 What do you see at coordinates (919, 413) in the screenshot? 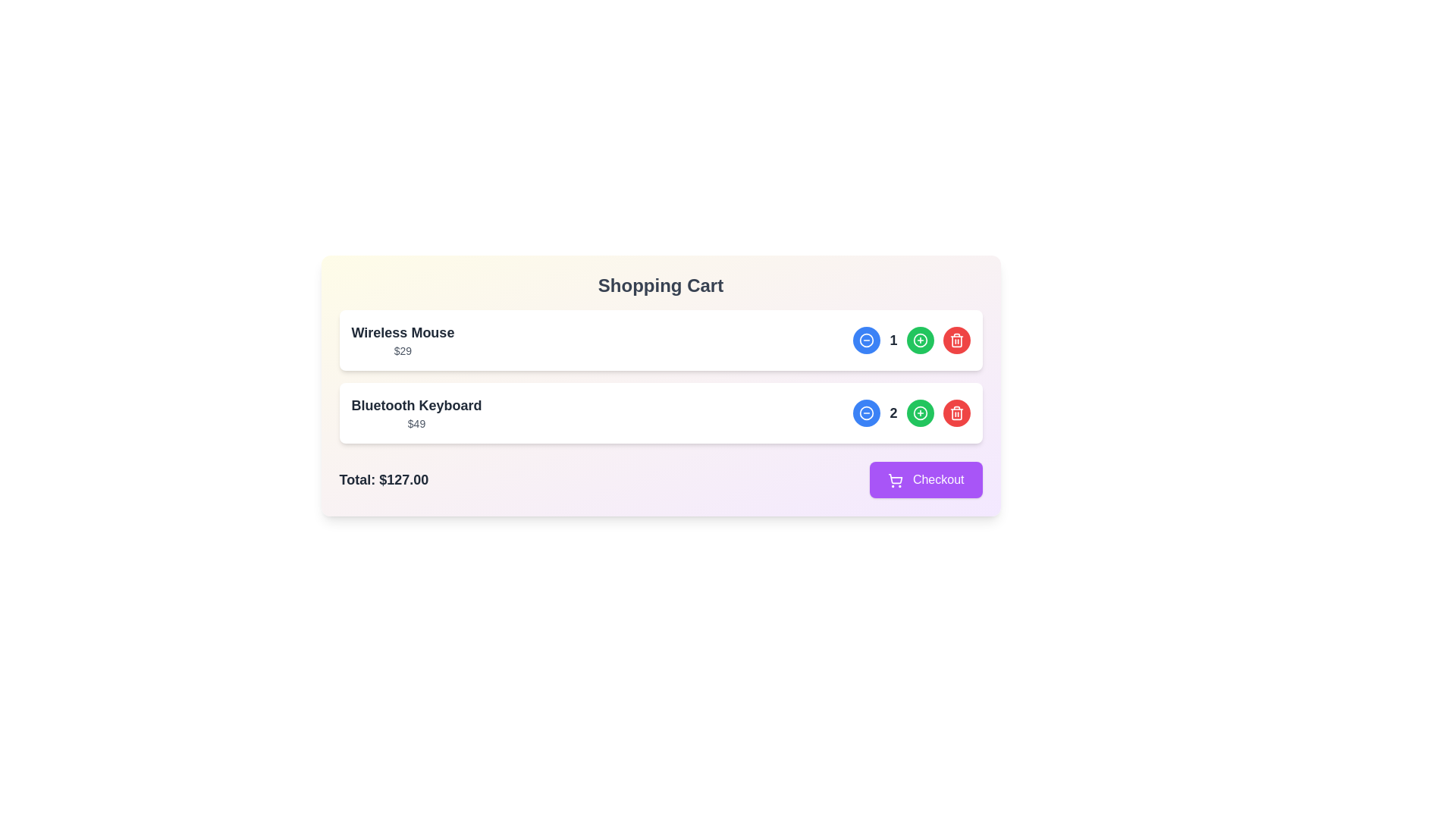
I see `the third button in the horizontal grouping of four, which increases the quantity of the 'Bluetooth Keyboard $49' in the shopping cart` at bounding box center [919, 413].